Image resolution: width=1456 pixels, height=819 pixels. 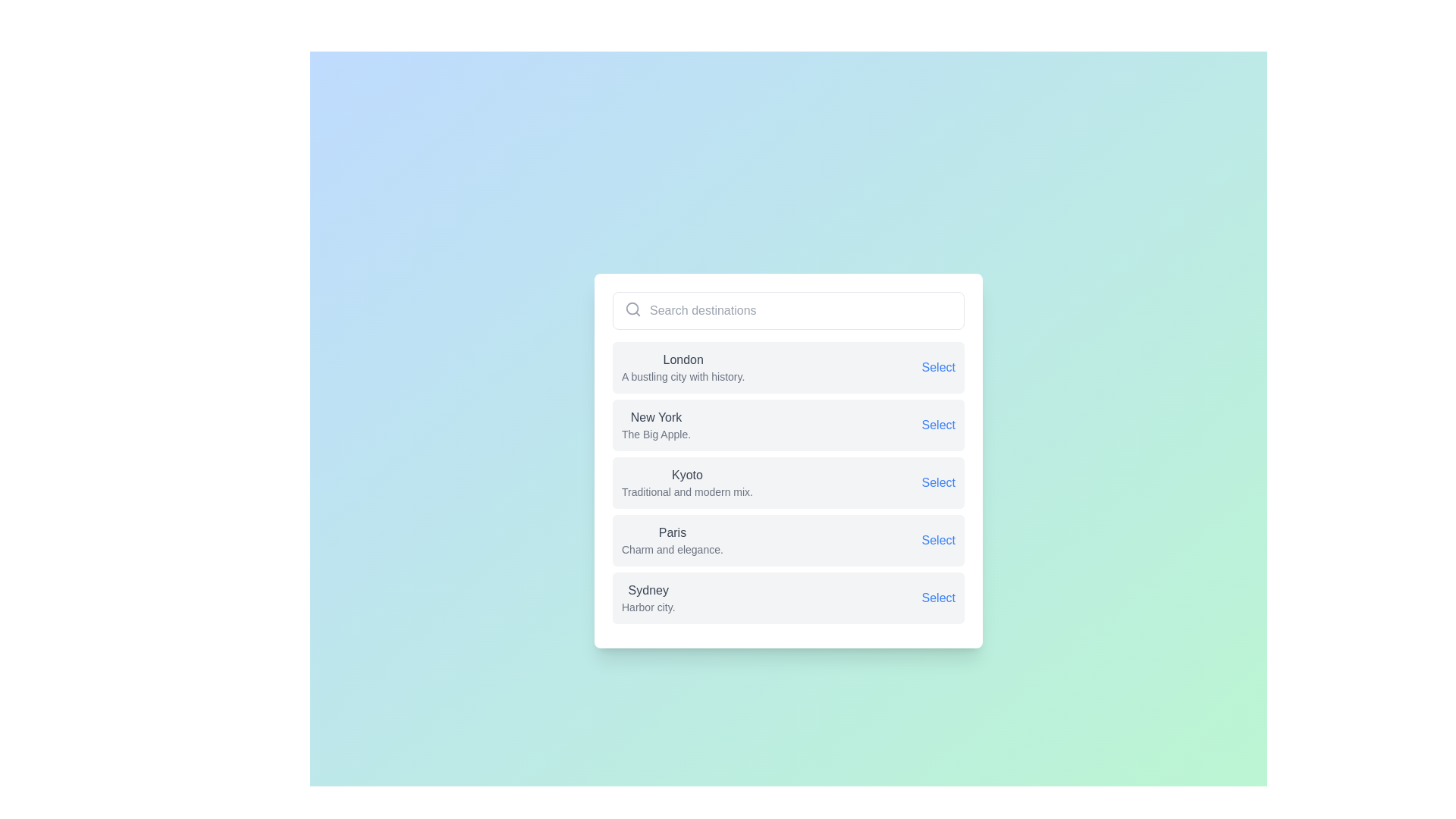 What do you see at coordinates (671, 540) in the screenshot?
I see `descriptive information about the destination 'Paris' from the list item located between 'Kyoto' and 'Sydney'` at bounding box center [671, 540].